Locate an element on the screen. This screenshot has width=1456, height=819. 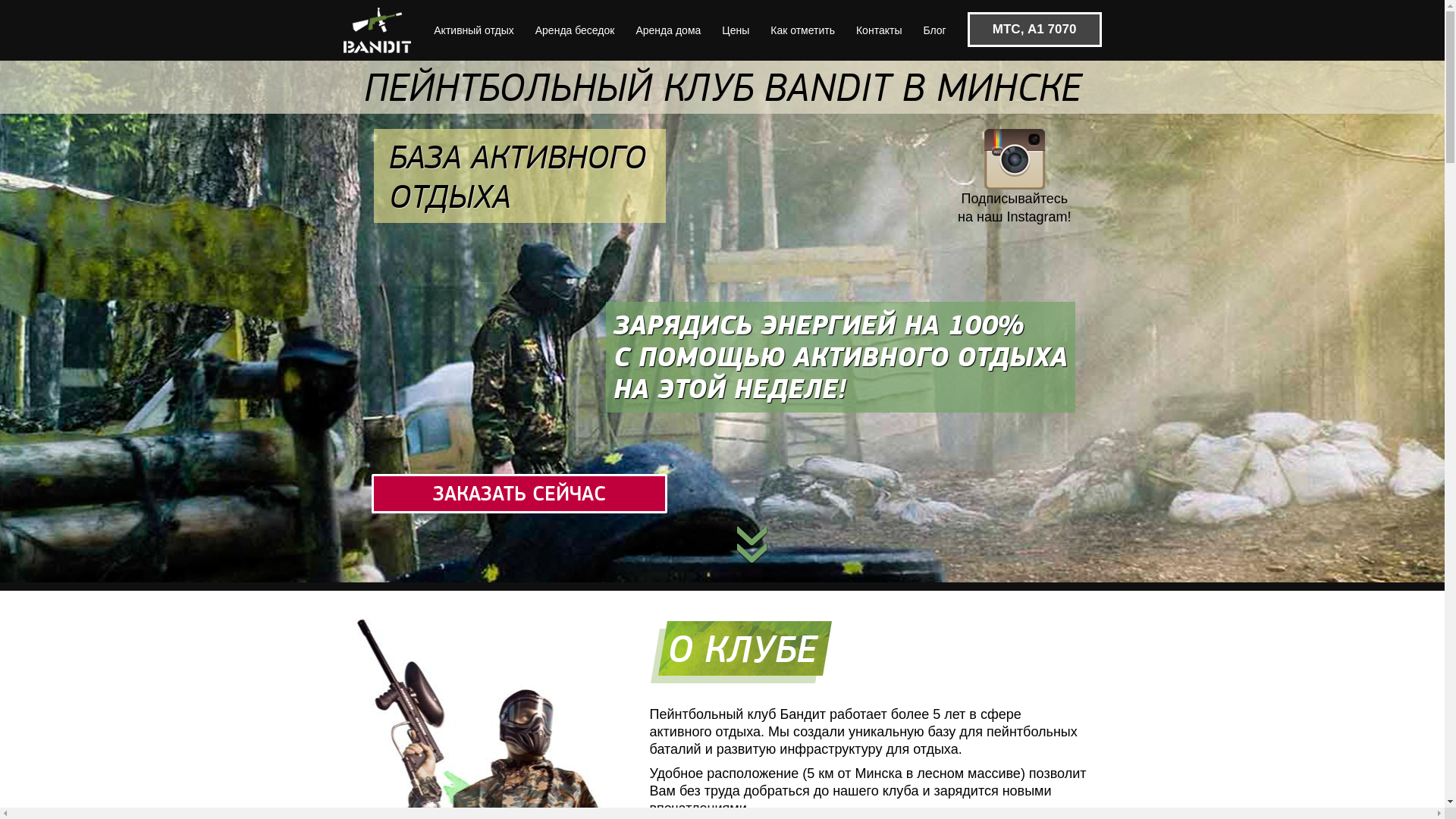
'bandit.by' is located at coordinates (378, 30).